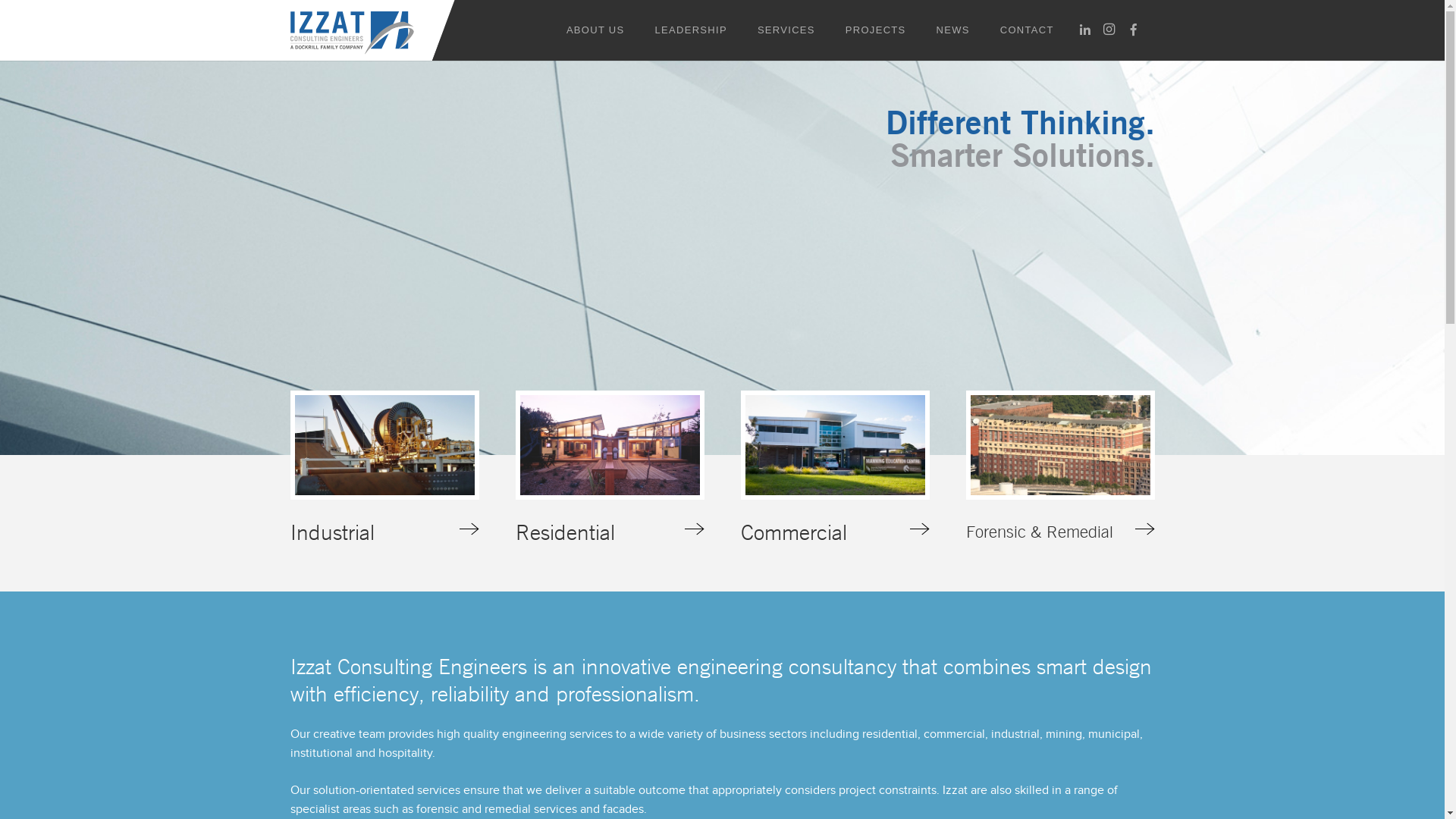  What do you see at coordinates (516, 467) in the screenshot?
I see `'Residential'` at bounding box center [516, 467].